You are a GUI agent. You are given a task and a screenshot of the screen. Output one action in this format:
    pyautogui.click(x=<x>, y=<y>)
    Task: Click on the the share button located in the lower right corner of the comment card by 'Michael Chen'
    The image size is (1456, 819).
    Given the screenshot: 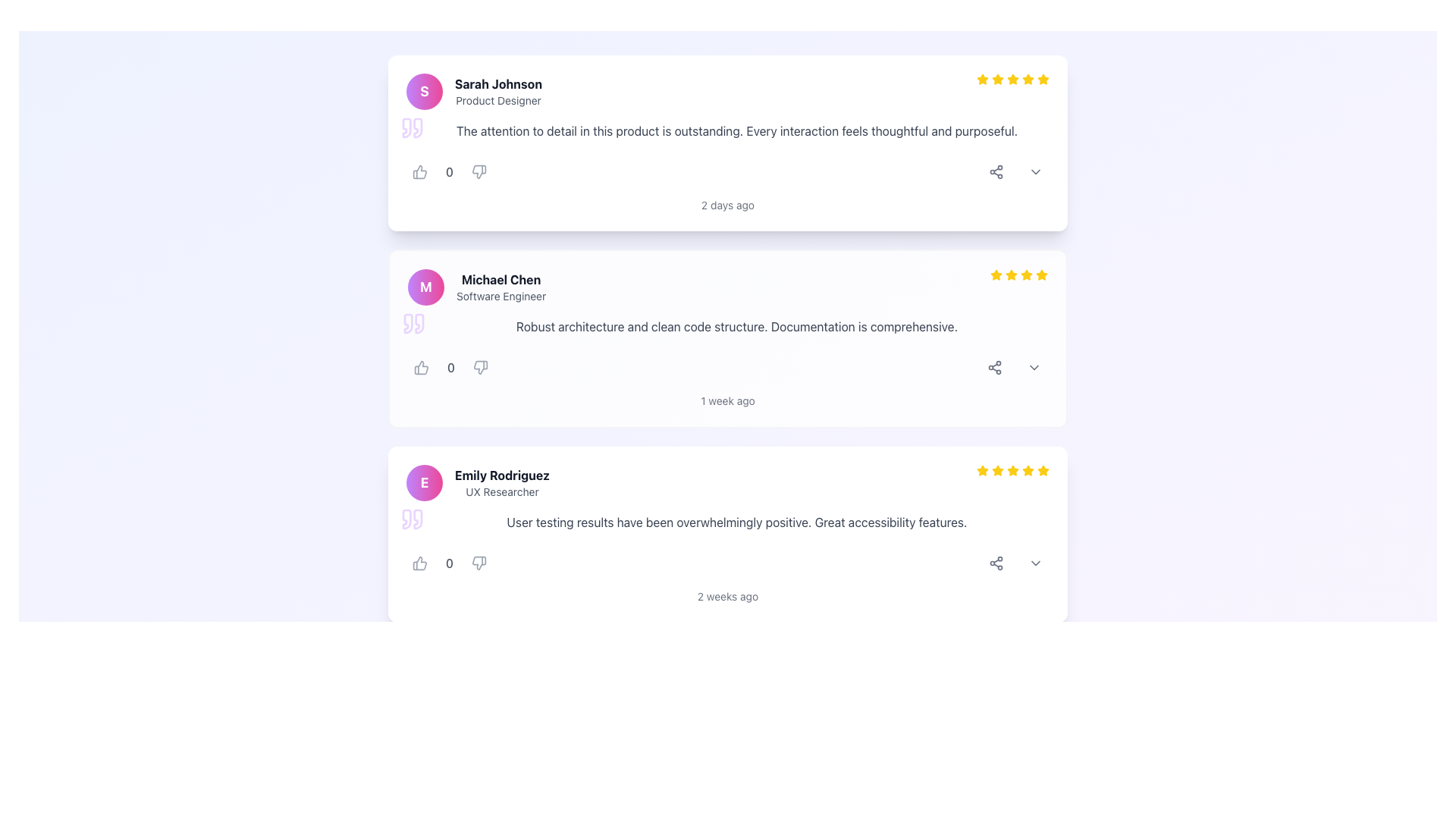 What is the action you would take?
    pyautogui.click(x=994, y=368)
    